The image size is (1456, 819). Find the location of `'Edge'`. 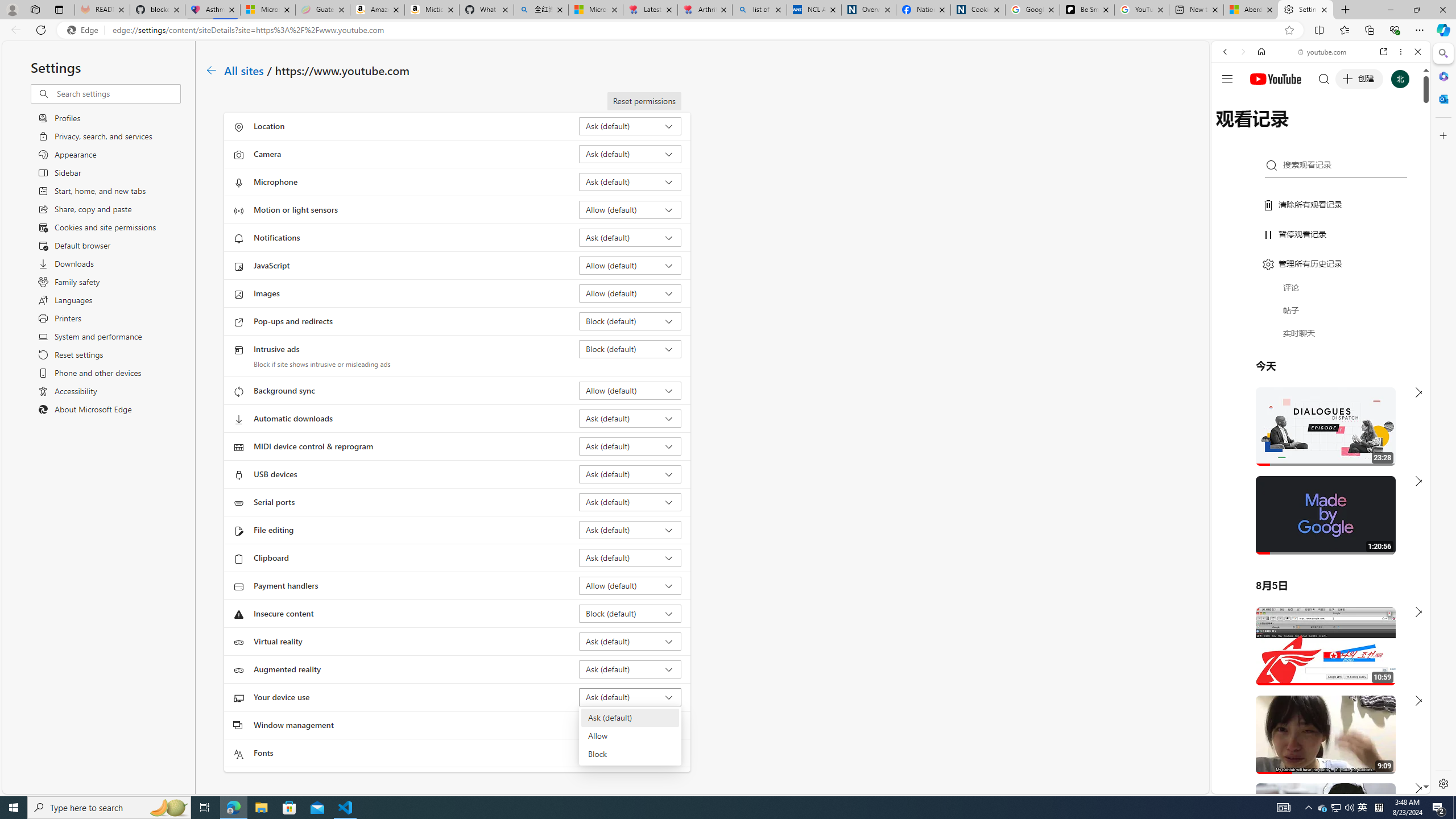

'Edge' is located at coordinates (84, 30).